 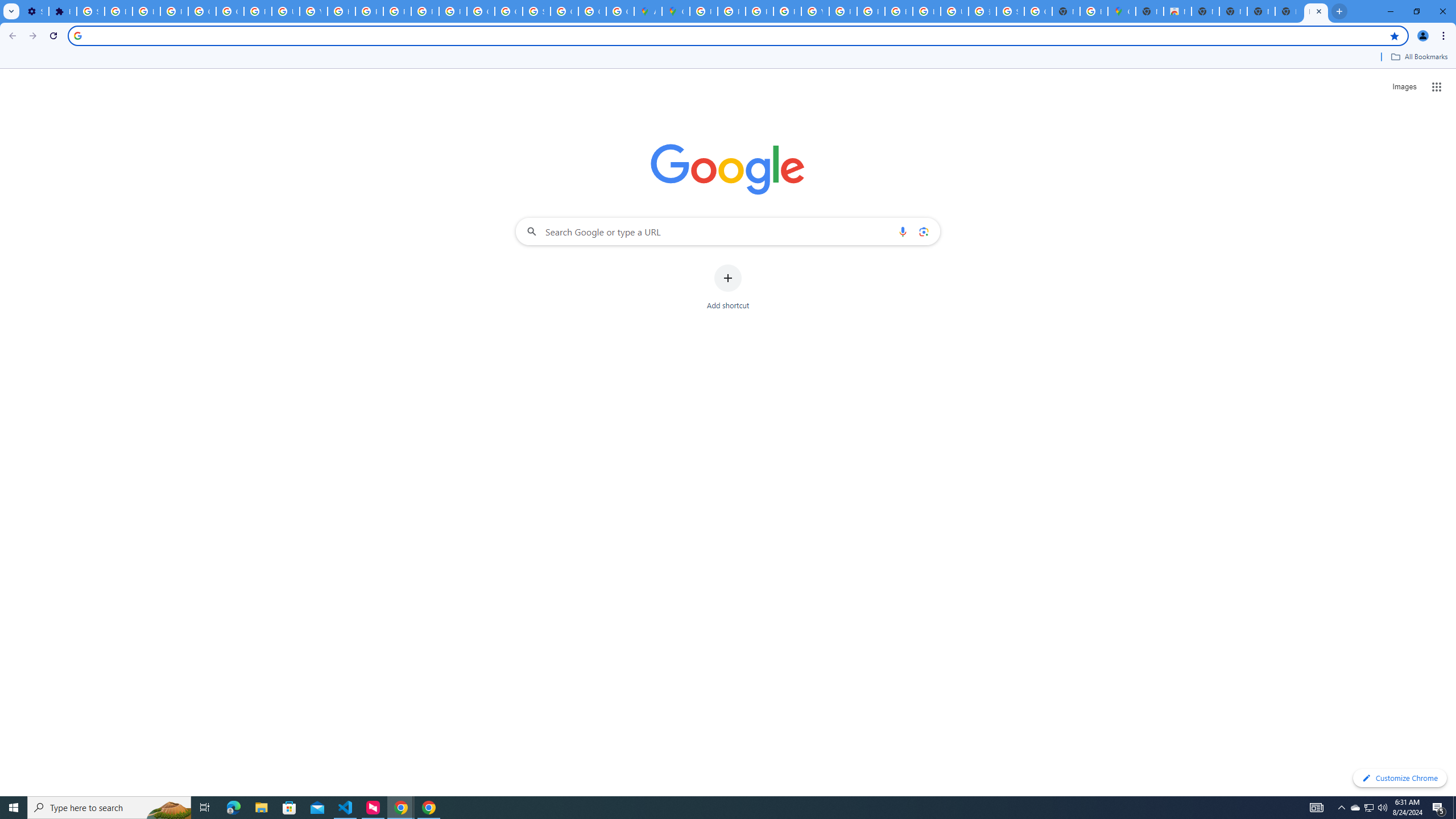 What do you see at coordinates (735, 35) in the screenshot?
I see `'Address and search bar'` at bounding box center [735, 35].